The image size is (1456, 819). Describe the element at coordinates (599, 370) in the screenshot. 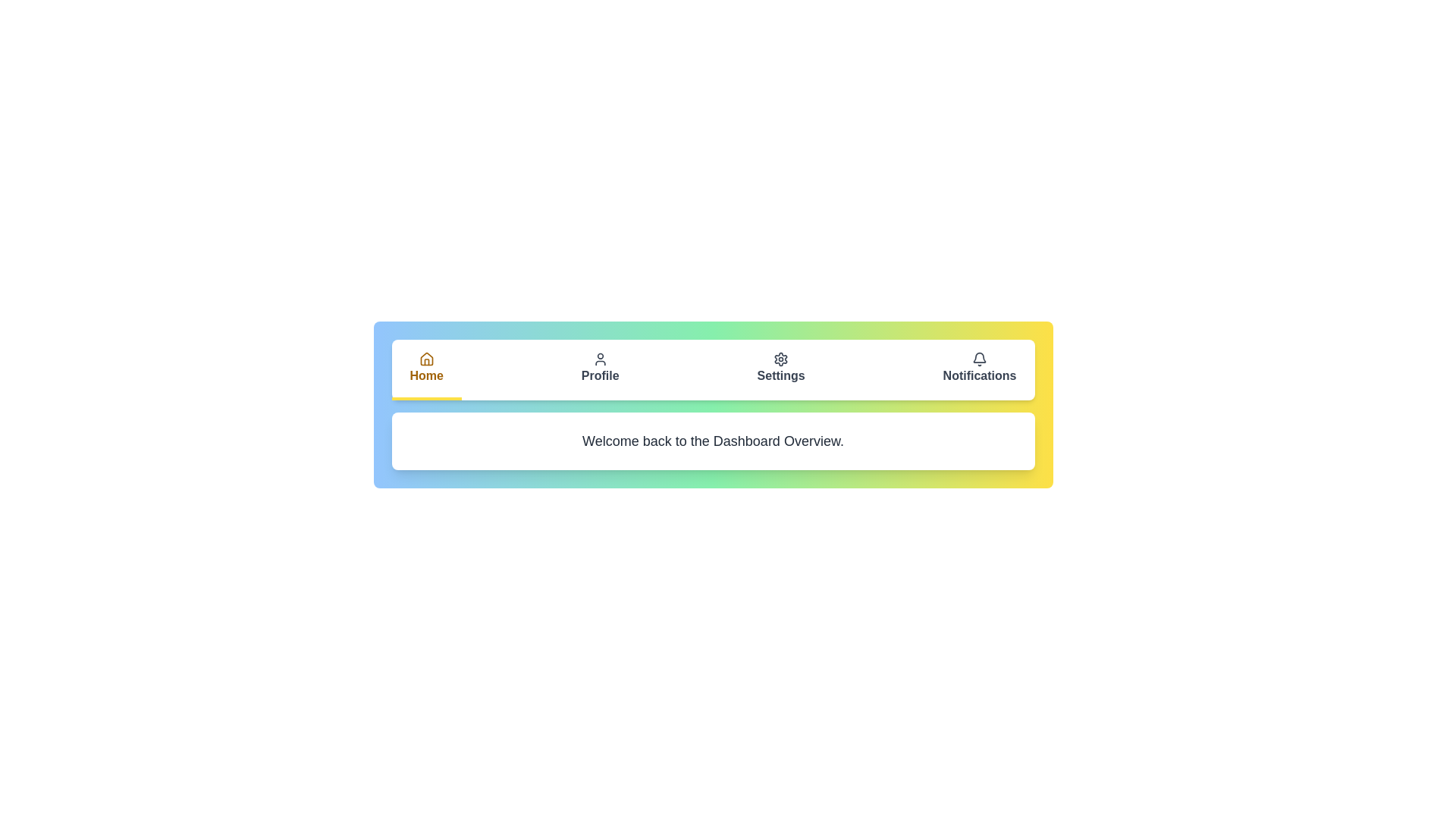

I see `the 'Profile' button located in the horizontal navigation bar at the top center of the interface` at that location.